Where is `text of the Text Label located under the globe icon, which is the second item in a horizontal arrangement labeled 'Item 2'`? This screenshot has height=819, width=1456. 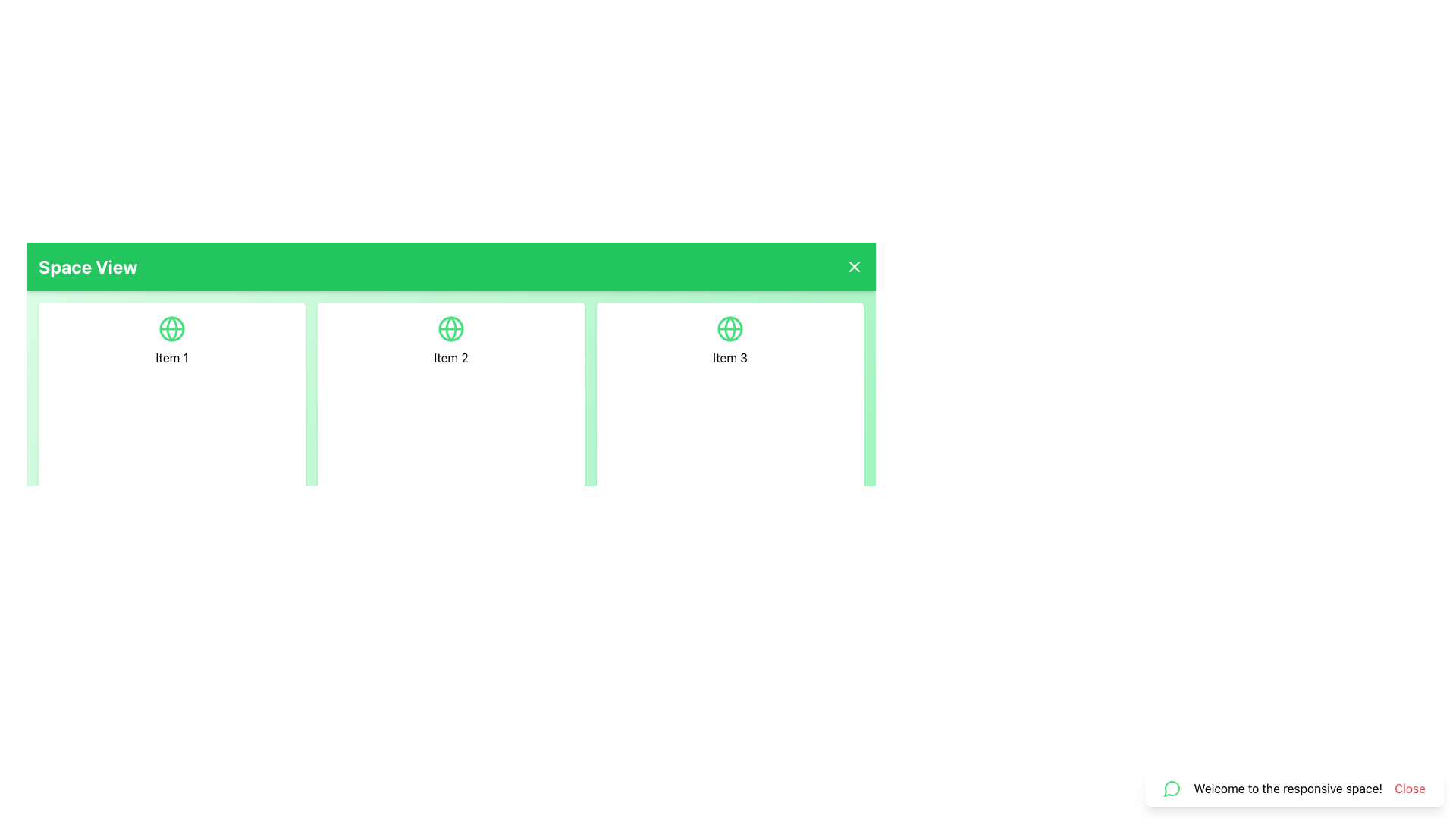 text of the Text Label located under the globe icon, which is the second item in a horizontal arrangement labeled 'Item 2' is located at coordinates (450, 357).